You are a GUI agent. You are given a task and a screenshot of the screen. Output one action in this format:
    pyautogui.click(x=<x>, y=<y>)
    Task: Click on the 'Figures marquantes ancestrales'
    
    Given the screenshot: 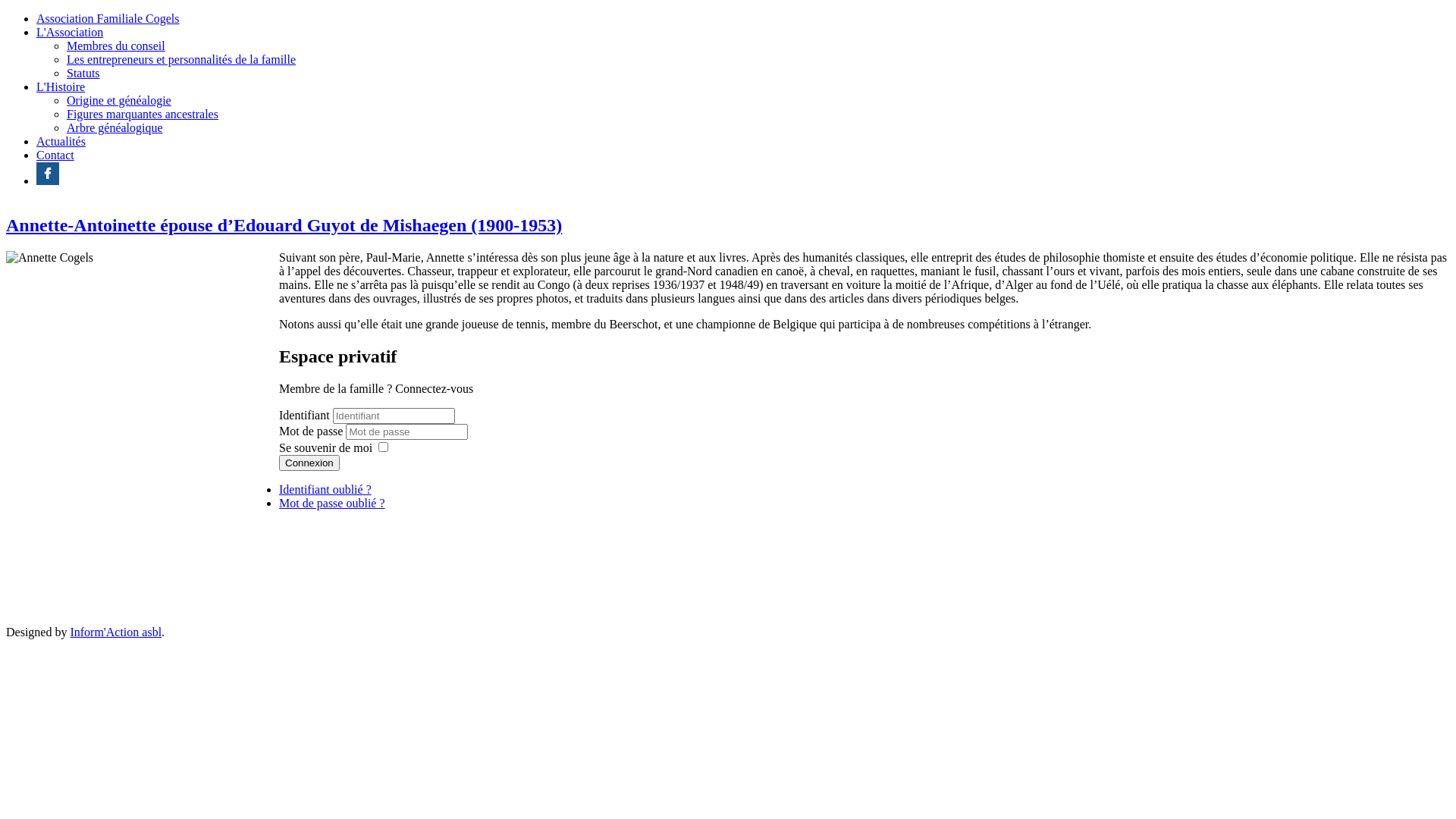 What is the action you would take?
    pyautogui.click(x=142, y=113)
    